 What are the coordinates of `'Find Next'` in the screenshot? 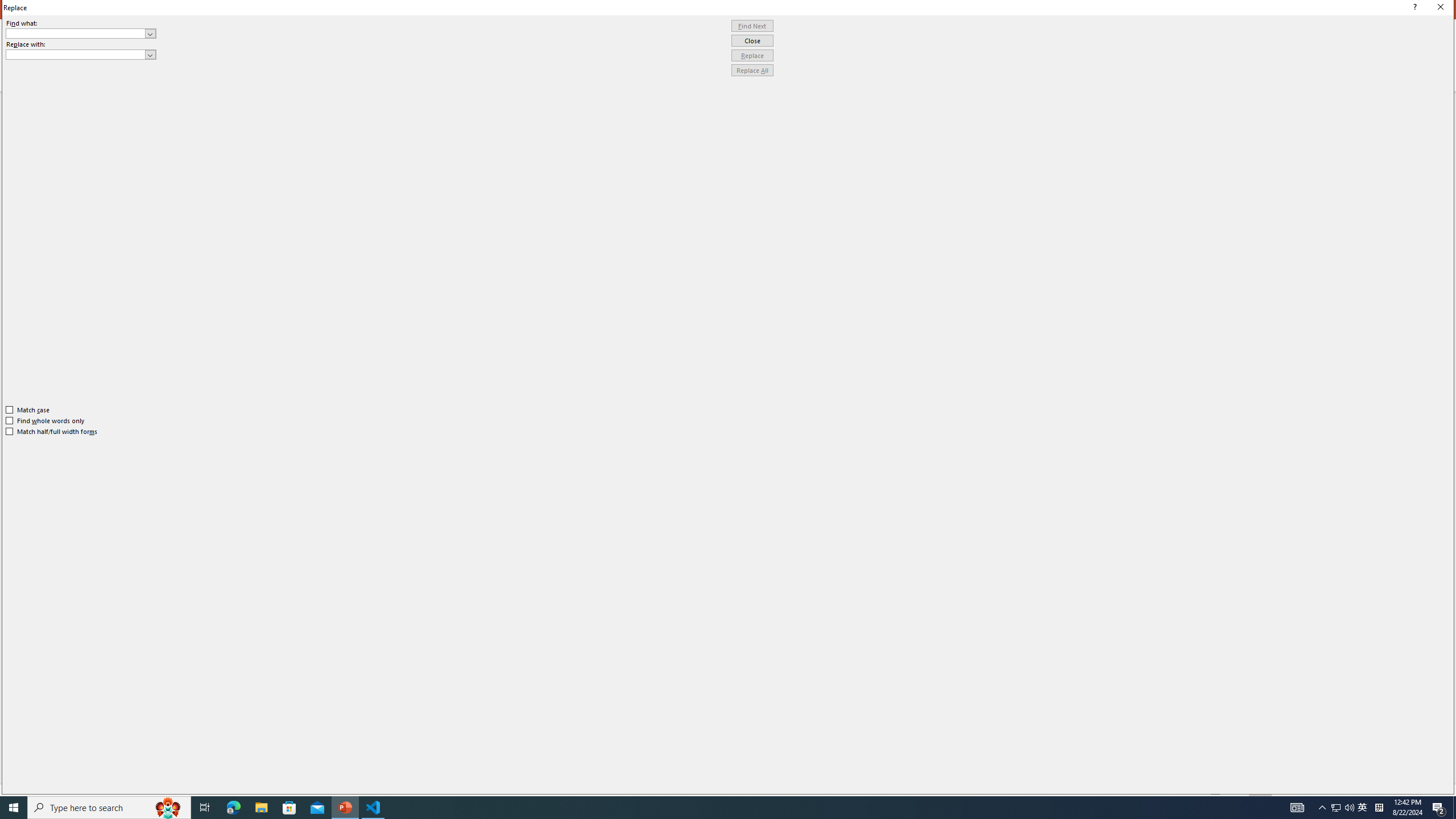 It's located at (752, 26).